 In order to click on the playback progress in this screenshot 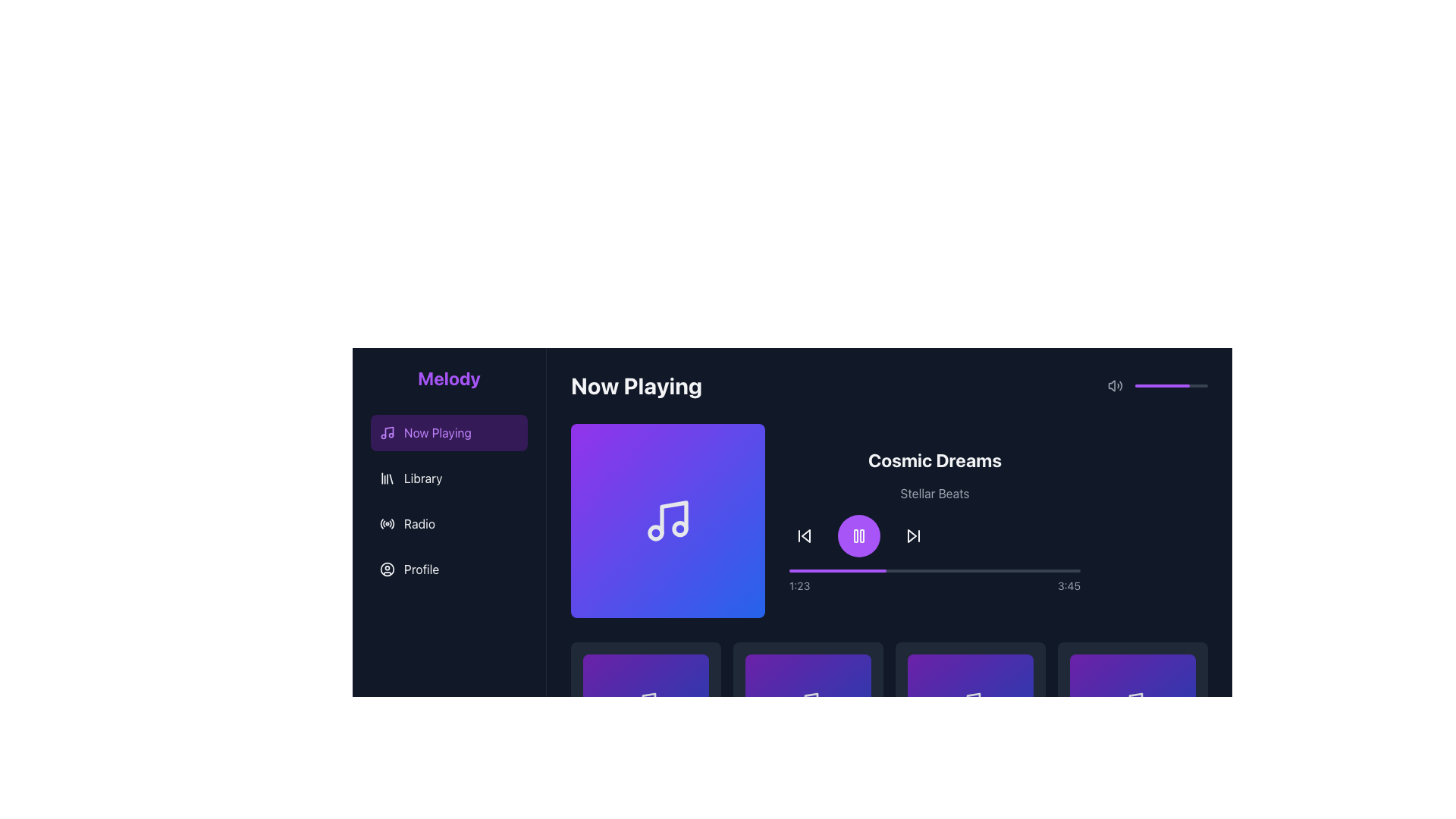, I will do `click(835, 570)`.